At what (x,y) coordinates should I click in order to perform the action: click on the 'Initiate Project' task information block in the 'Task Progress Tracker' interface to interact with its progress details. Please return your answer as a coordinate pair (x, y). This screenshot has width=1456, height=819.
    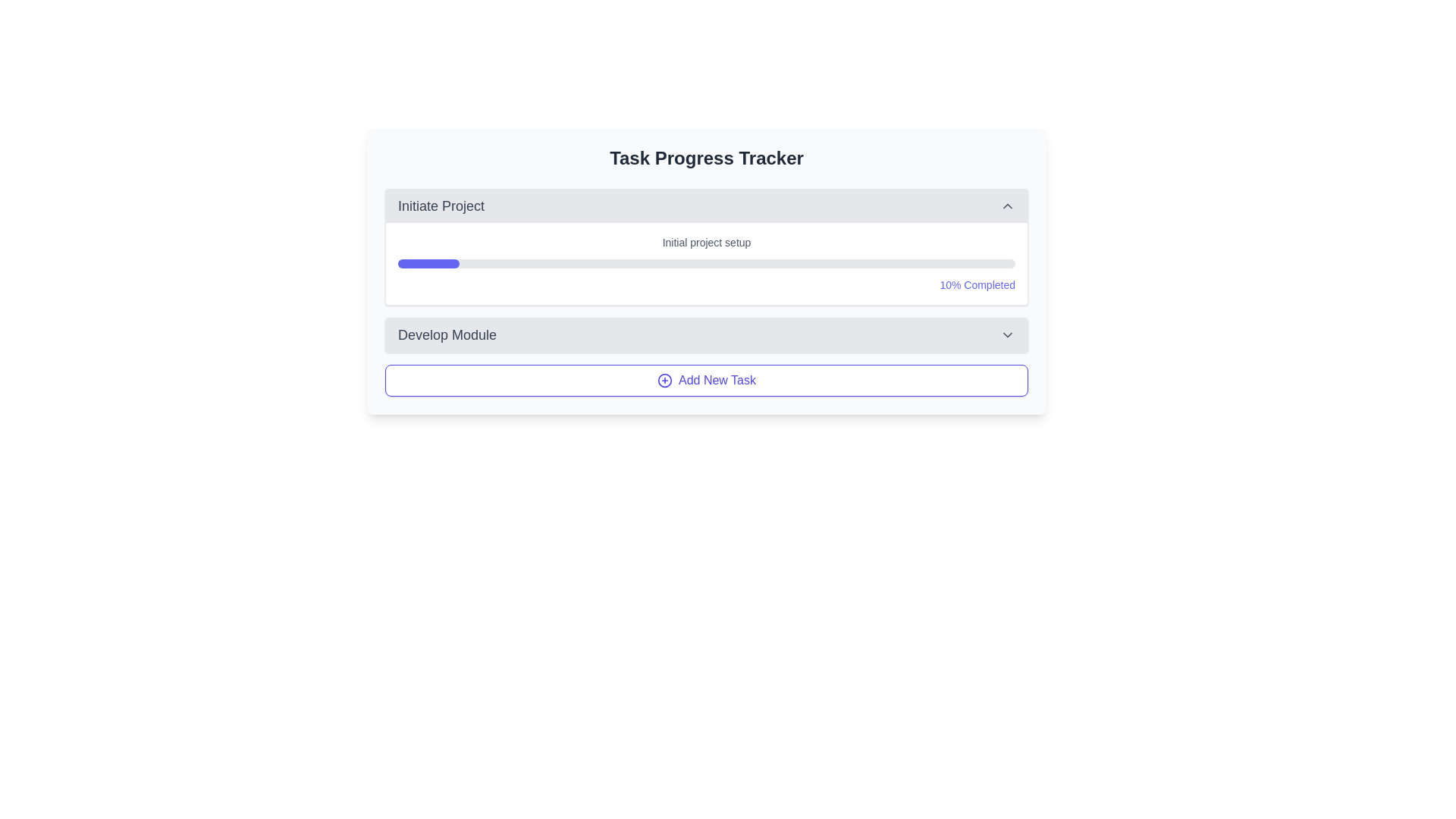
    Looking at the image, I should click on (705, 270).